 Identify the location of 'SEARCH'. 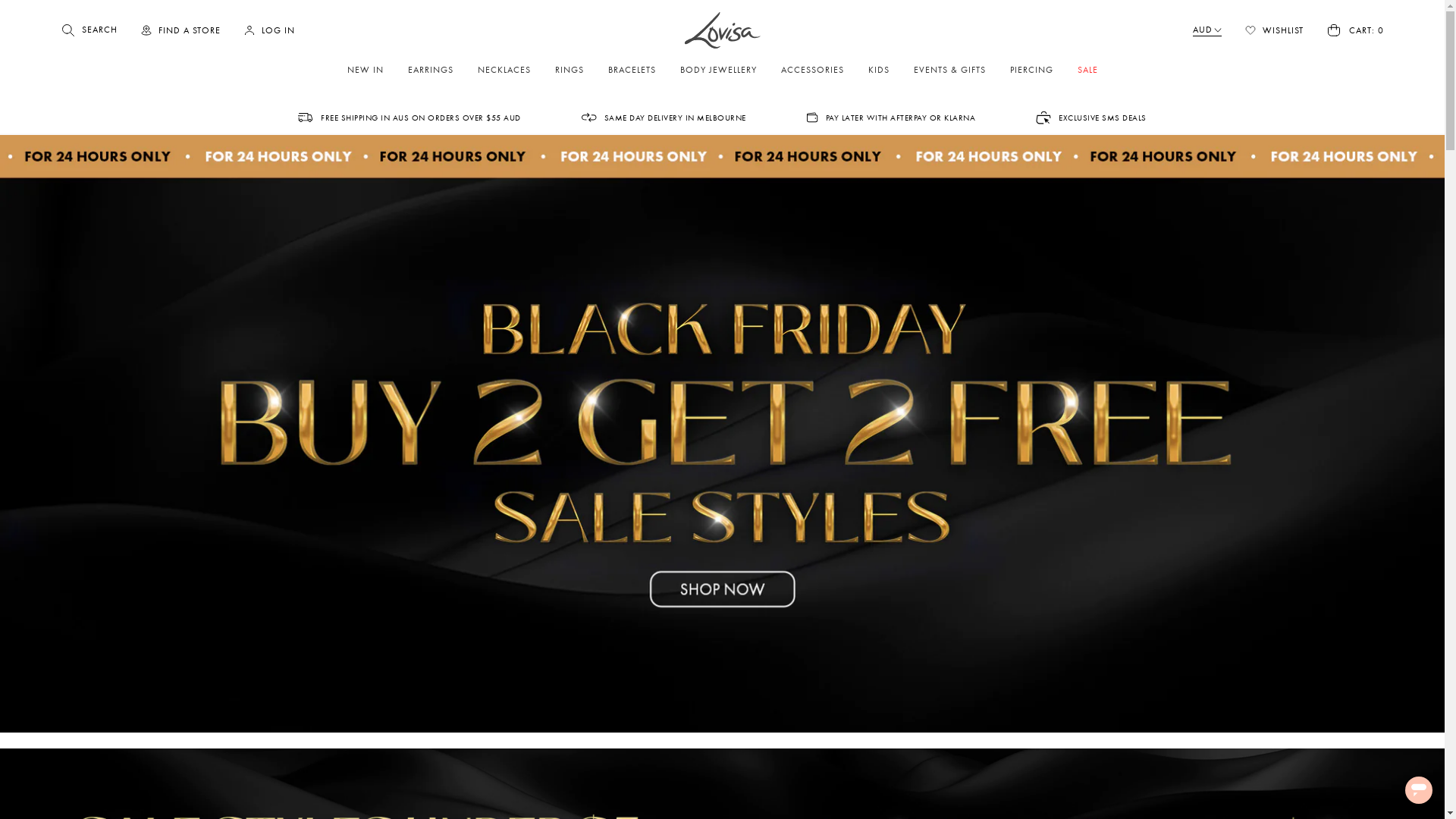
(88, 30).